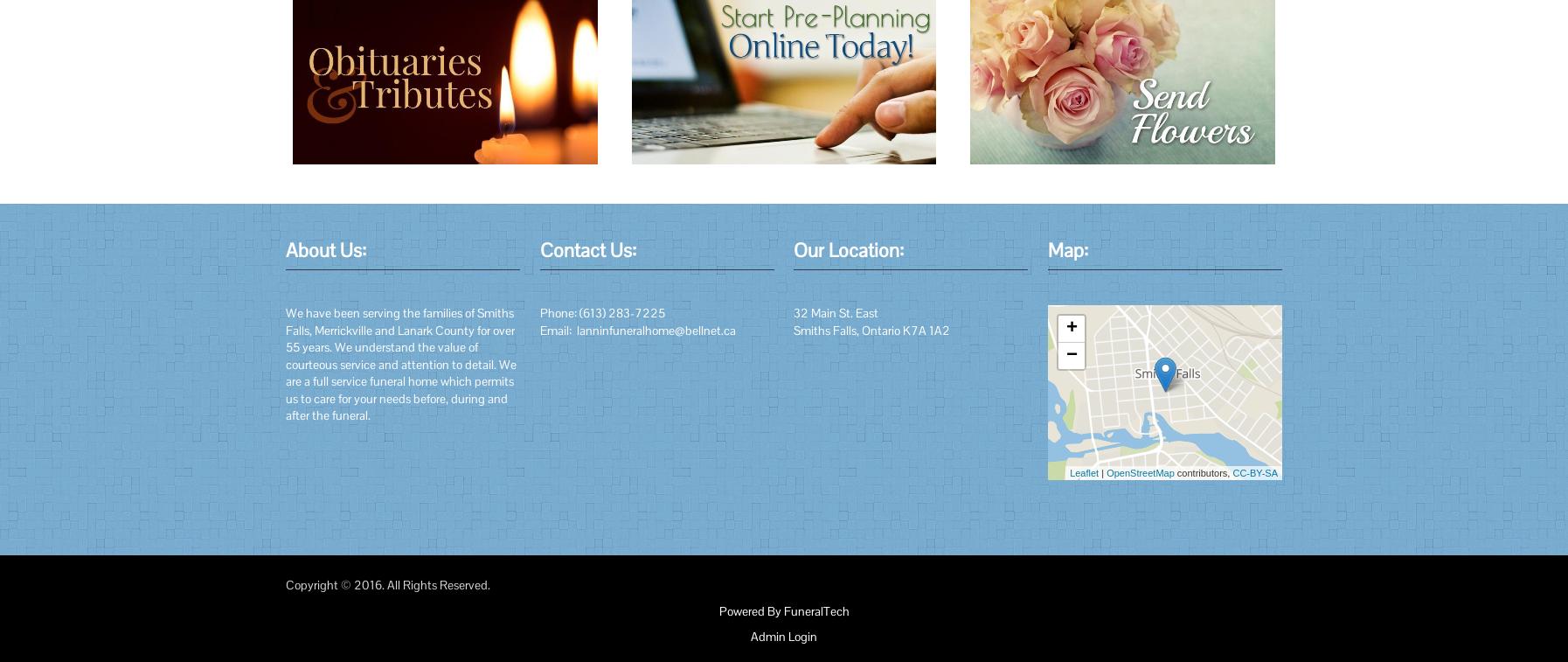  What do you see at coordinates (783, 610) in the screenshot?
I see `'Powered By FuneralTech'` at bounding box center [783, 610].